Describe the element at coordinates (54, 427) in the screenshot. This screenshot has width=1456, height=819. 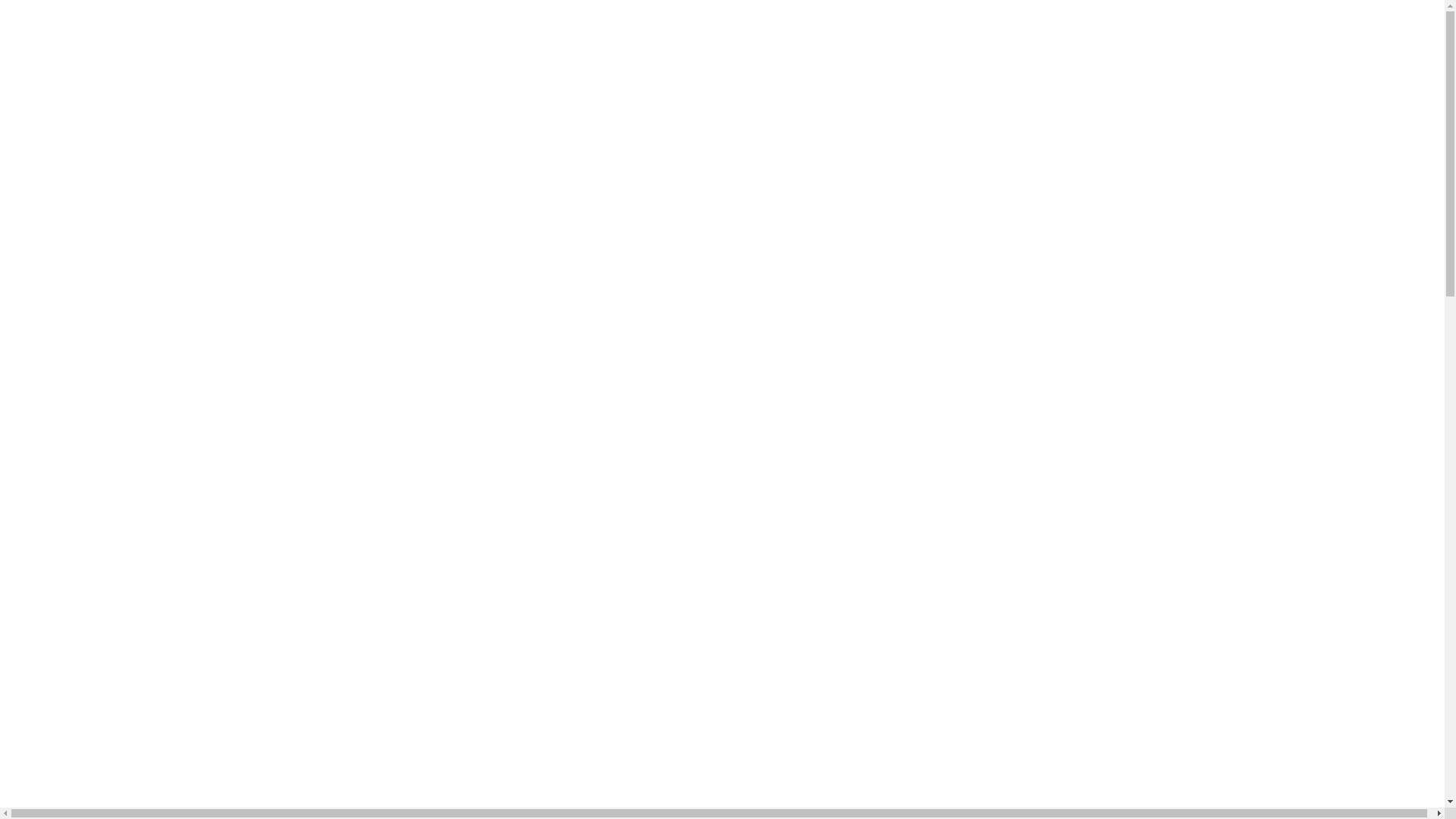
I see `'STORY'` at that location.